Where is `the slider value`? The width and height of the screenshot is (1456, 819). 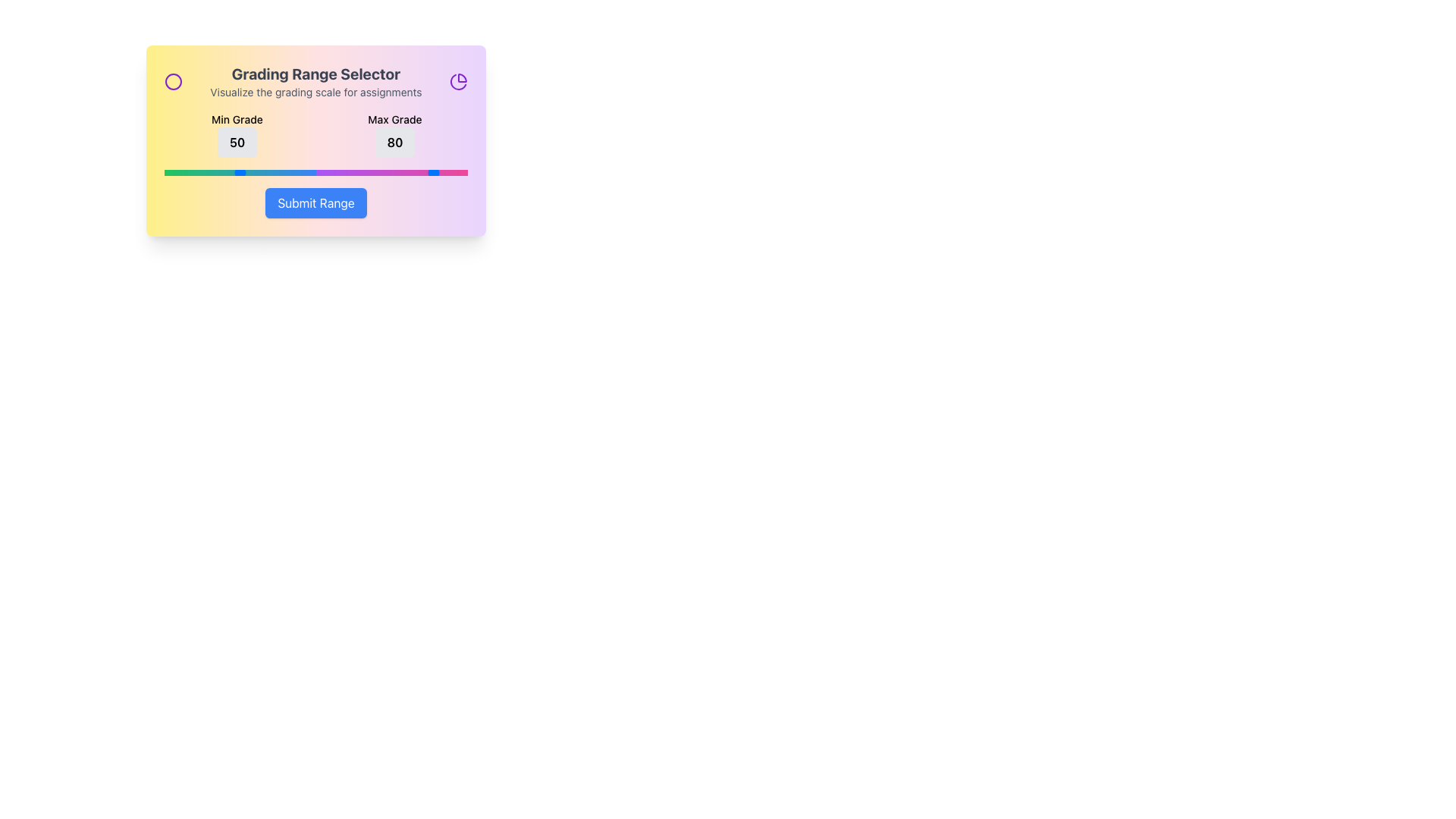
the slider value is located at coordinates (221, 171).